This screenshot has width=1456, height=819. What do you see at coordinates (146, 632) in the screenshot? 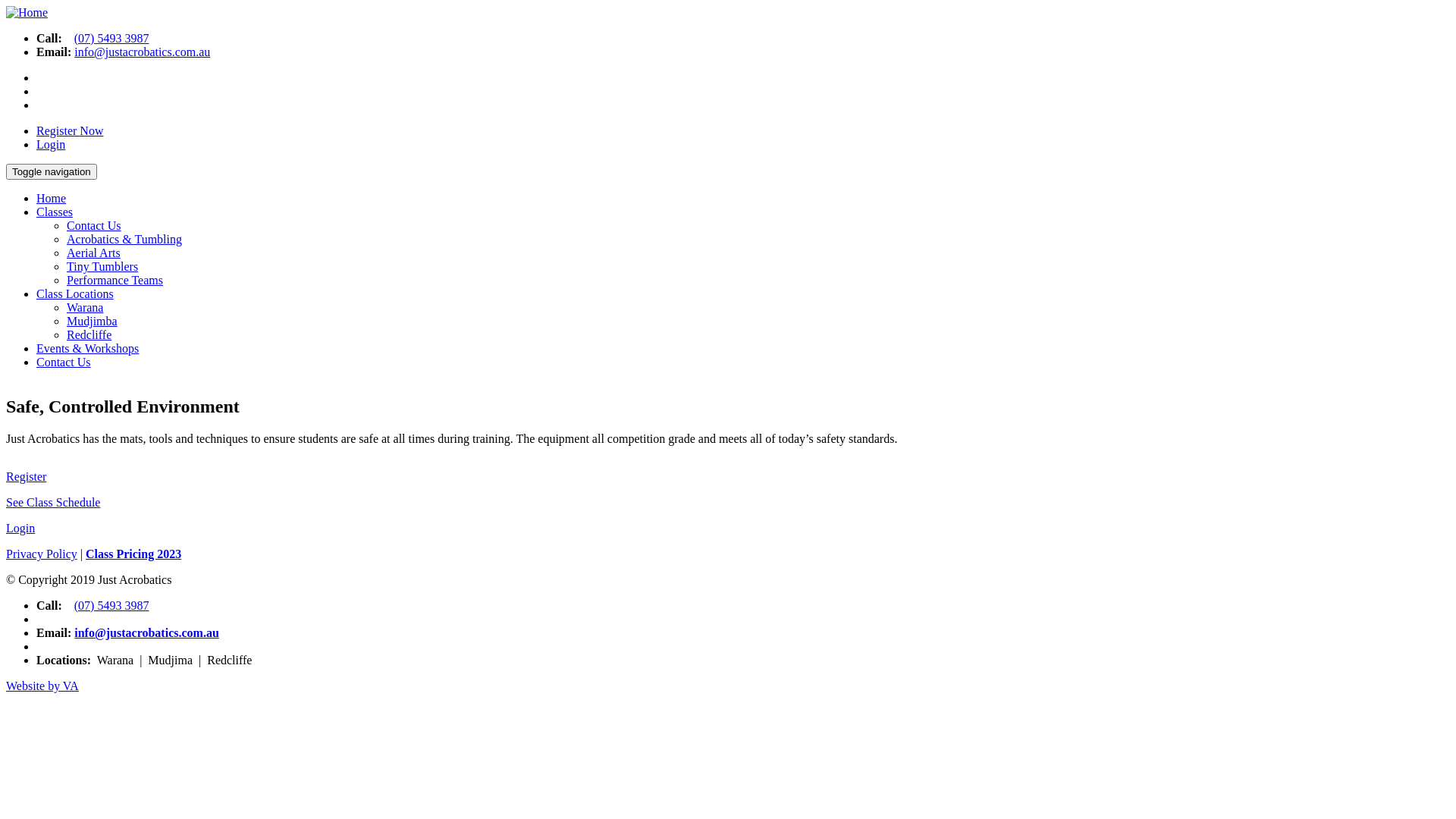
I see `'info@justacrobatics.com.au'` at bounding box center [146, 632].